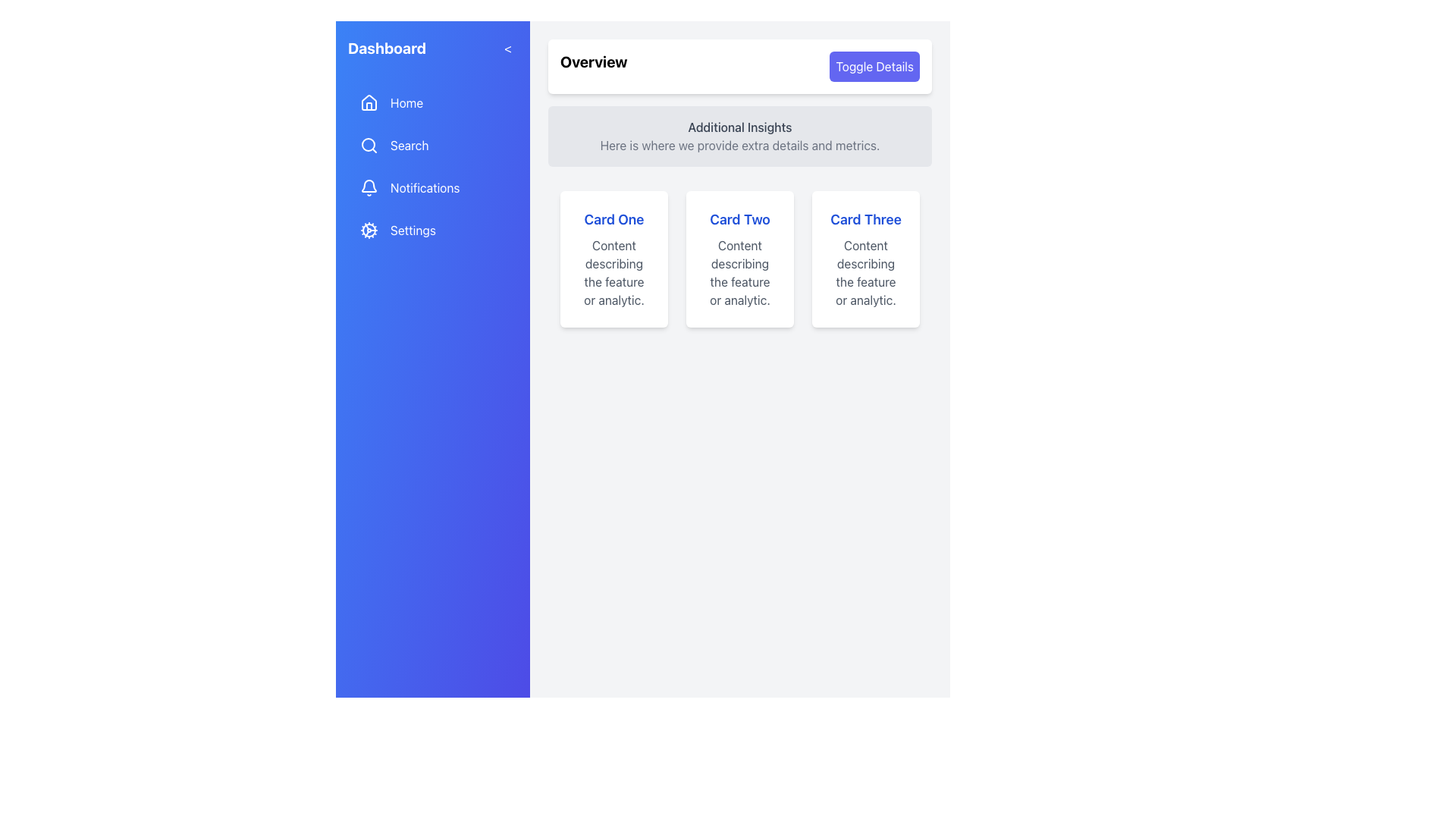 Image resolution: width=1456 pixels, height=819 pixels. I want to click on text of the 'Home' label located in the navigation sidebar, positioned next to the house-shaped icon, so click(406, 102).